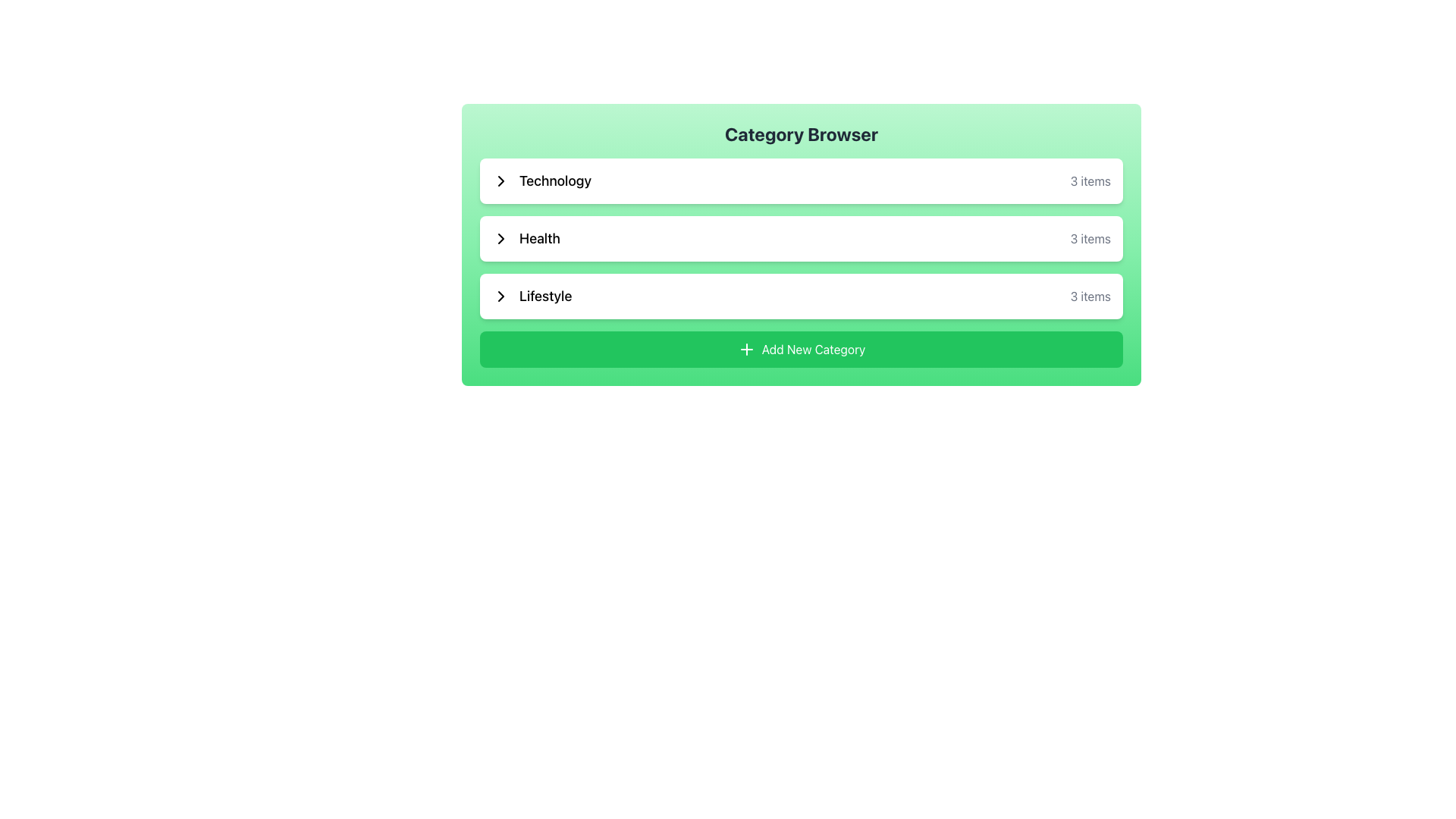  I want to click on the 'Health' category label located in the sidebar menu, positioned below 'Technology' and above 'Lifestyle', so click(539, 239).